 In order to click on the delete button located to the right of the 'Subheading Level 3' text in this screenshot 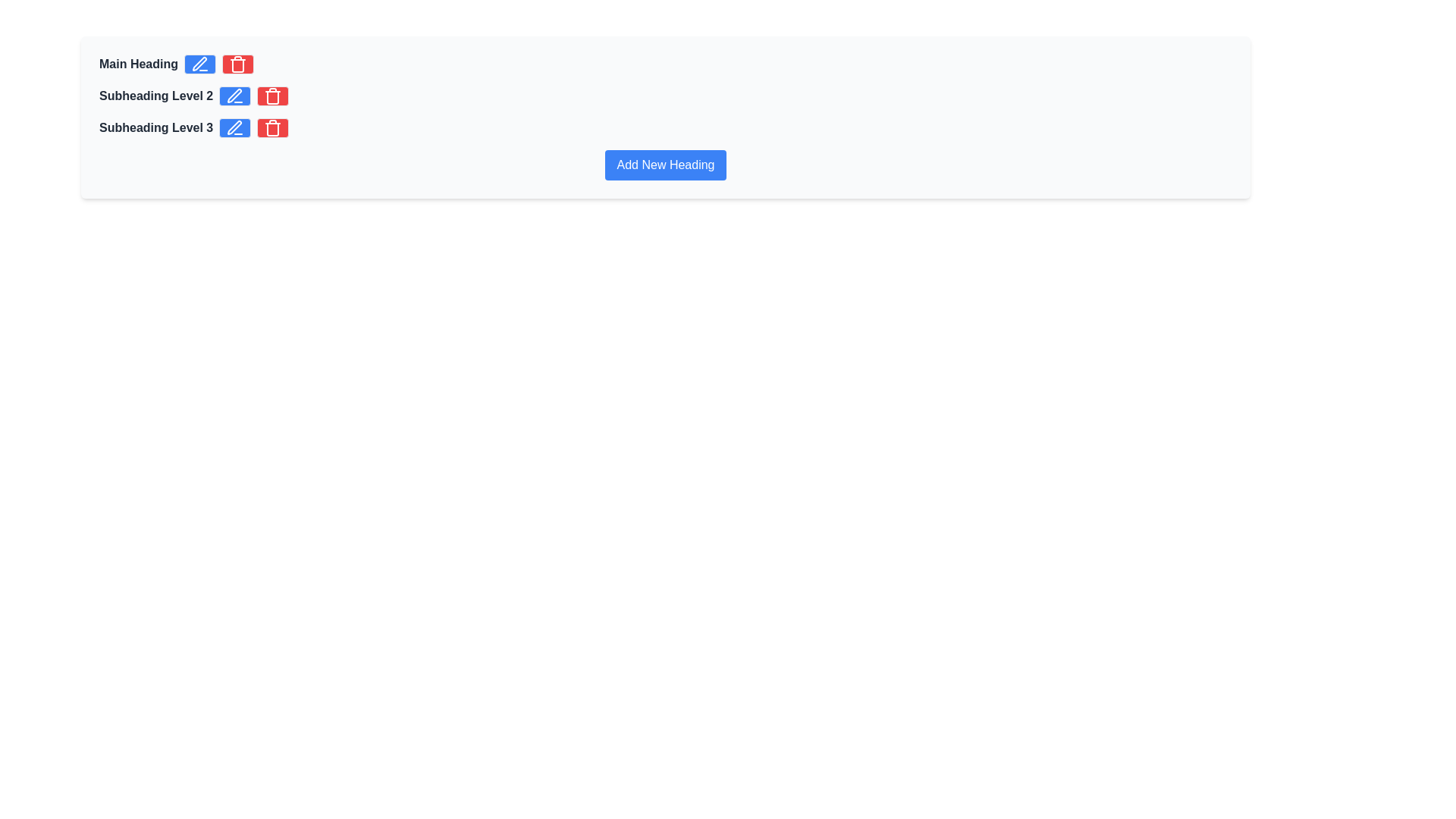, I will do `click(273, 127)`.